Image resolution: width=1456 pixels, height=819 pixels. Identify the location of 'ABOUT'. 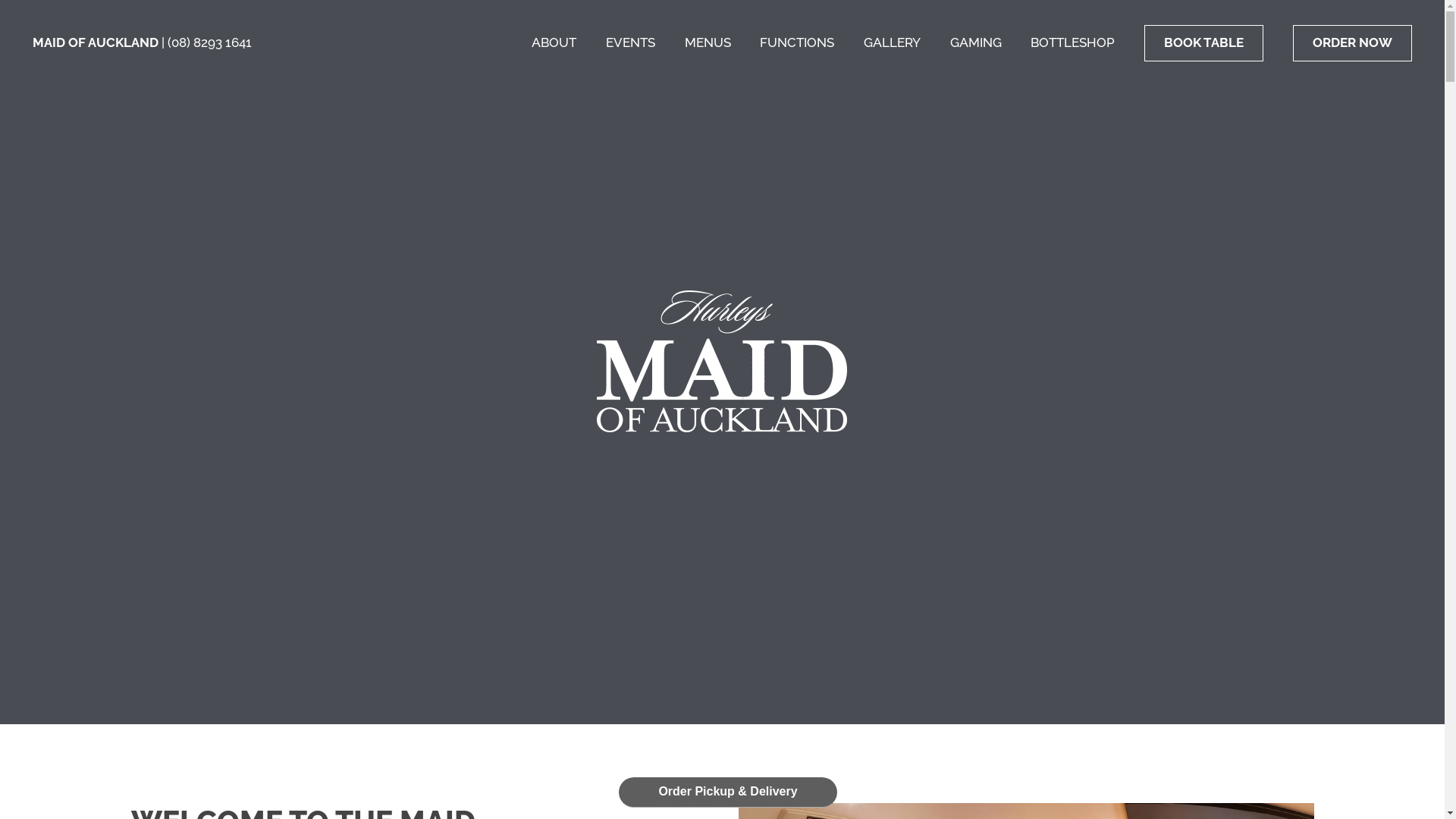
(553, 42).